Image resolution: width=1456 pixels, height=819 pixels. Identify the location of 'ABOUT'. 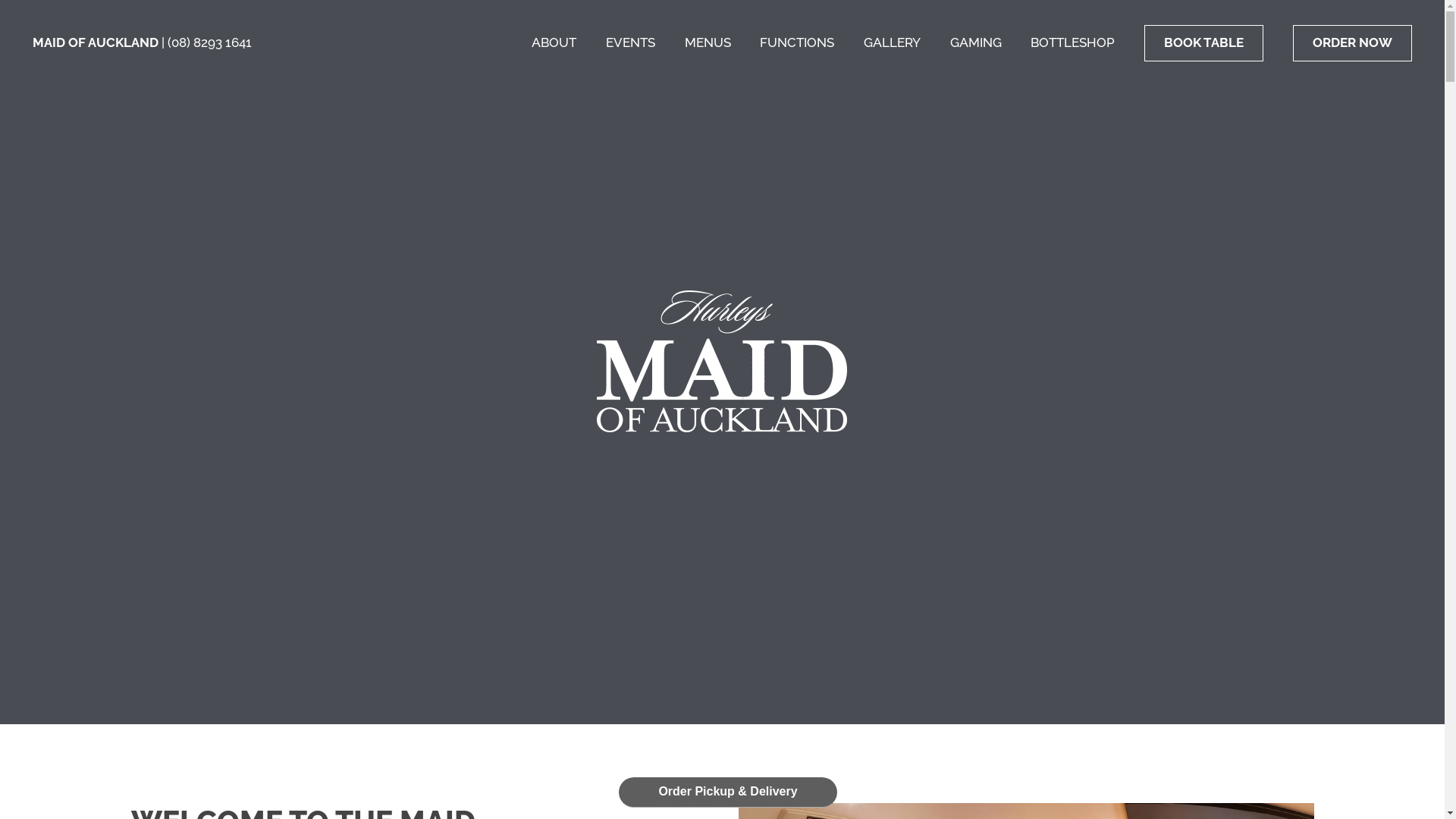
(553, 42).